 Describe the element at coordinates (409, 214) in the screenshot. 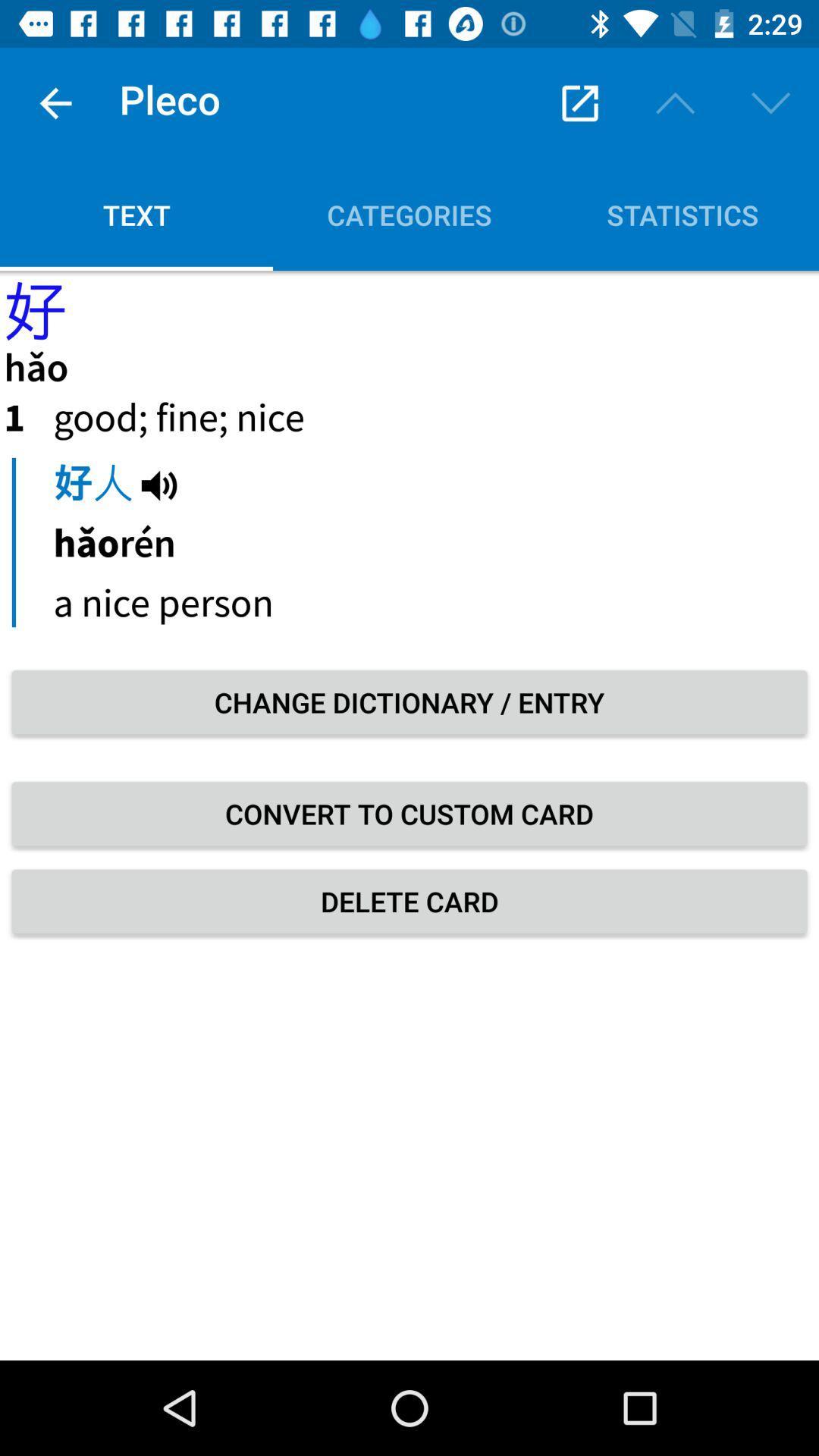

I see `icon to the right of text icon` at that location.